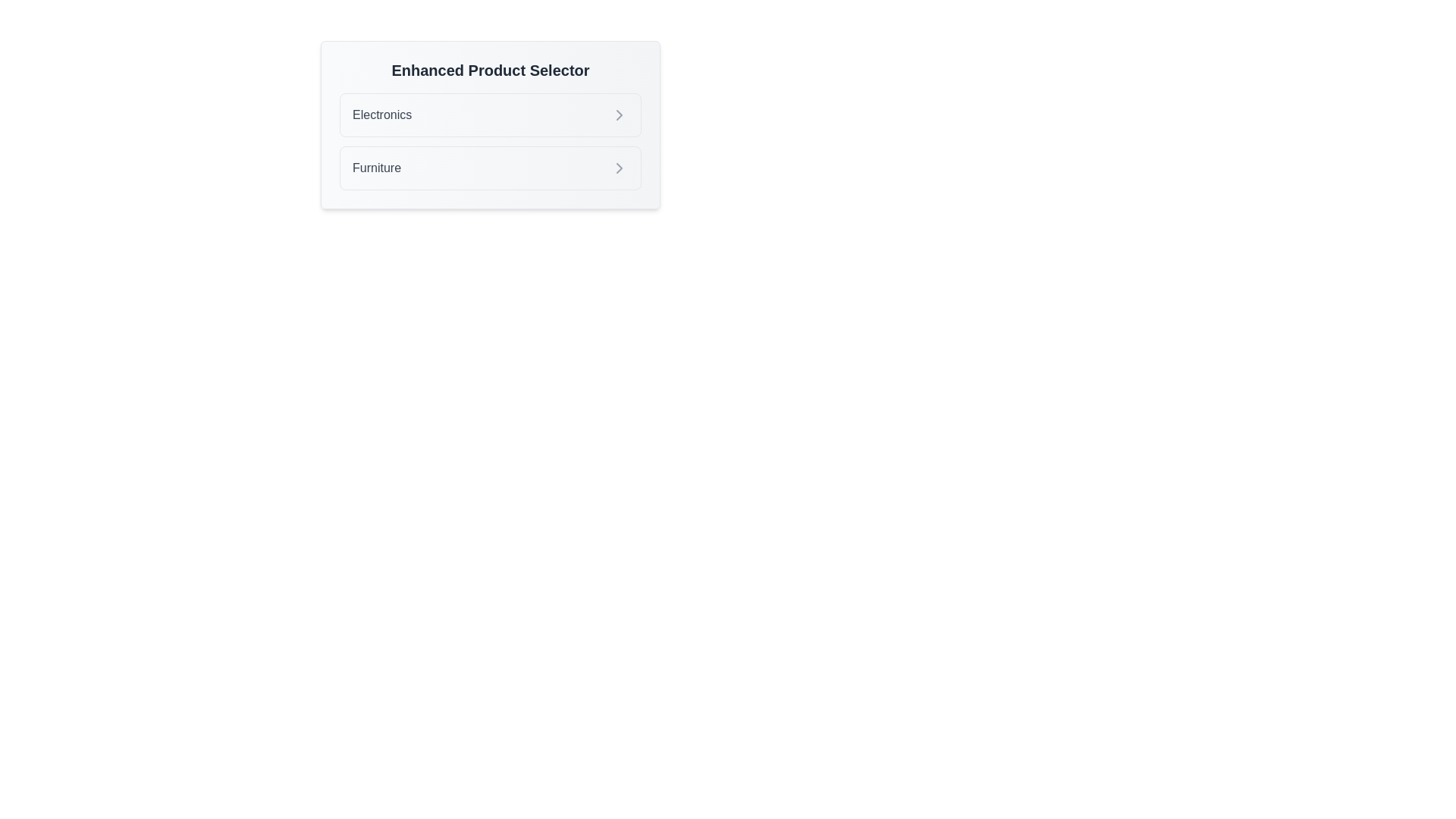  Describe the element at coordinates (491, 114) in the screenshot. I see `the first selectable category option labeled 'Electronics'` at that location.